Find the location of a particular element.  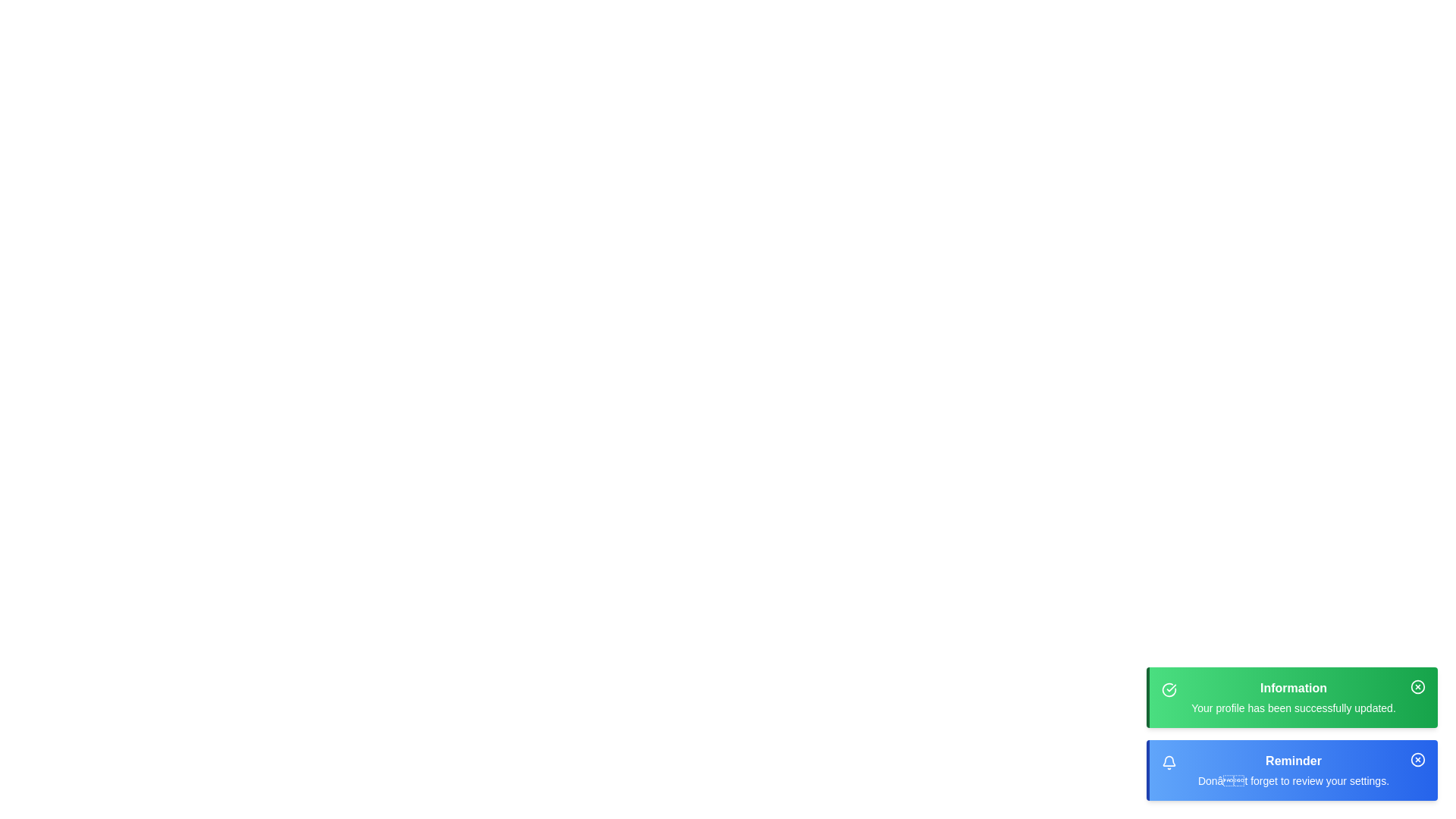

the circular graphical icon in the top-right corner of the blue 'Reminder' bar, which is part of a cross symbol representing a 'close' button is located at coordinates (1417, 760).